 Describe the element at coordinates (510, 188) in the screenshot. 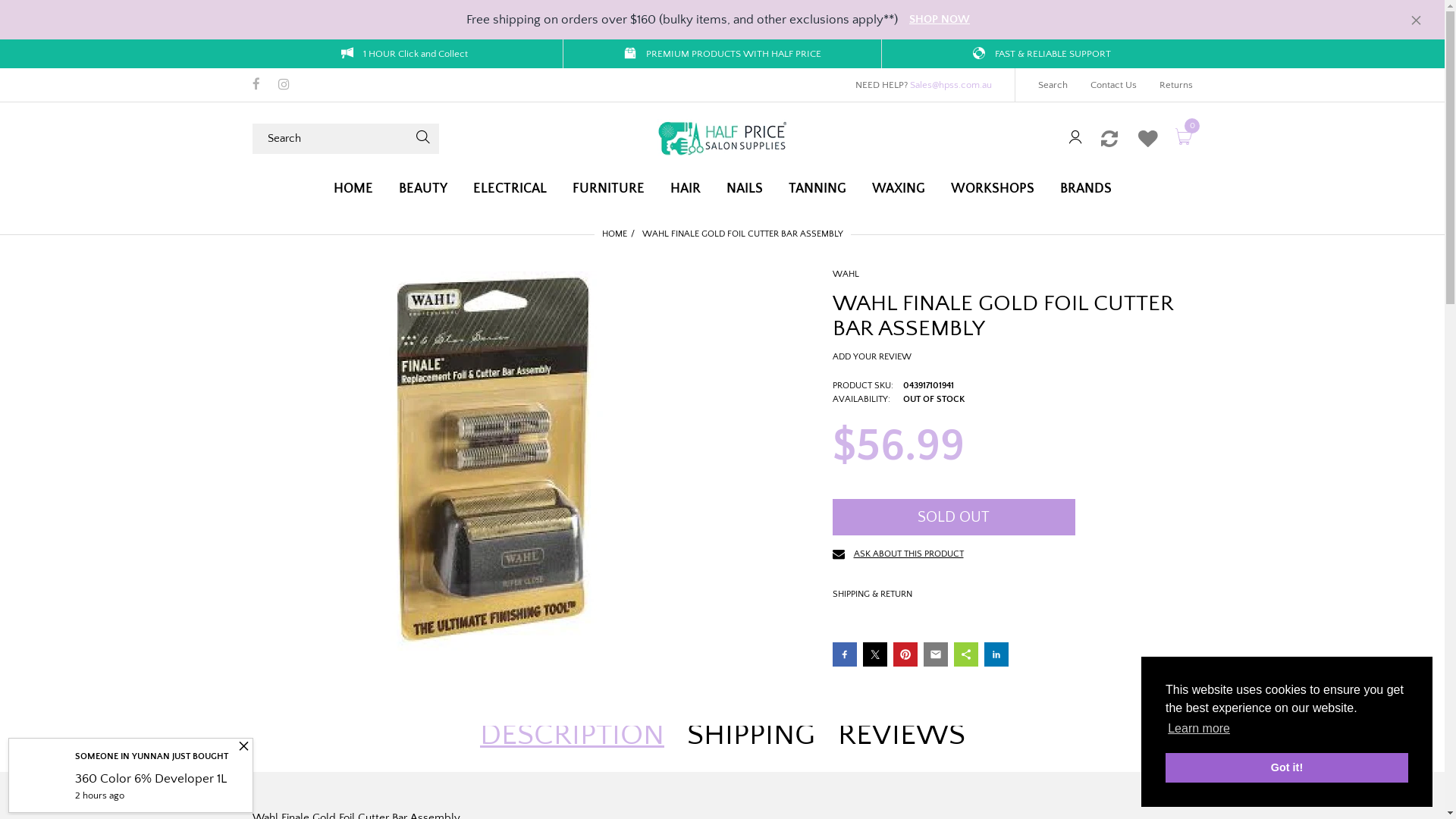

I see `'ELECTRICAL'` at that location.